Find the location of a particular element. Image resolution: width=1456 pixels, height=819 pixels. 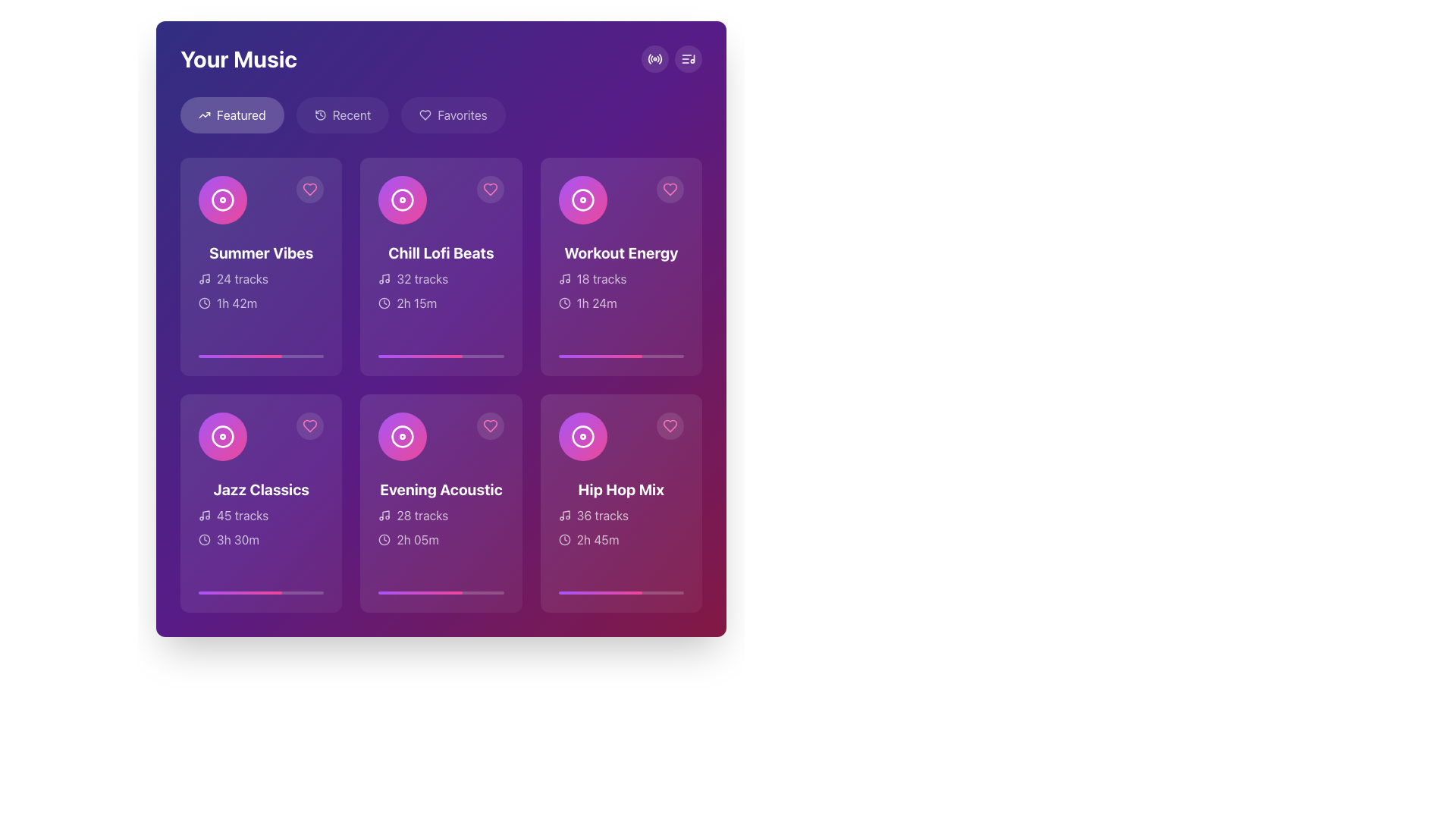

the music note-style icon located to the left of the '36 tracks' text in the 'Hip Hop Mix' card is located at coordinates (563, 514).